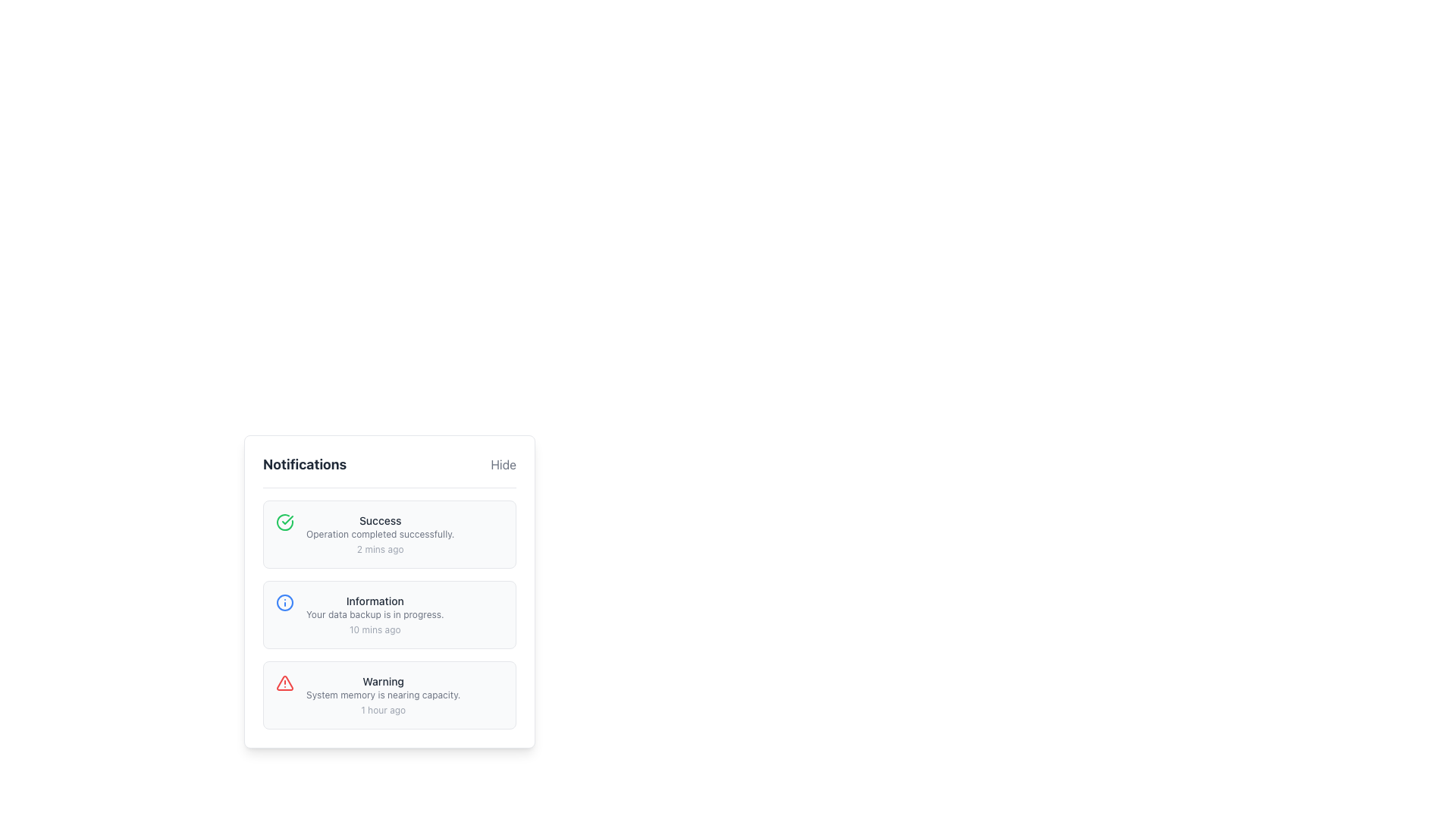 This screenshot has height=819, width=1456. I want to click on the Text Label that displays the timestamp for the elapsed time since the associated notification was generated, located within the 'Information' notification group, and positioned below the message text 'Your data backup is in progress.', so click(375, 629).